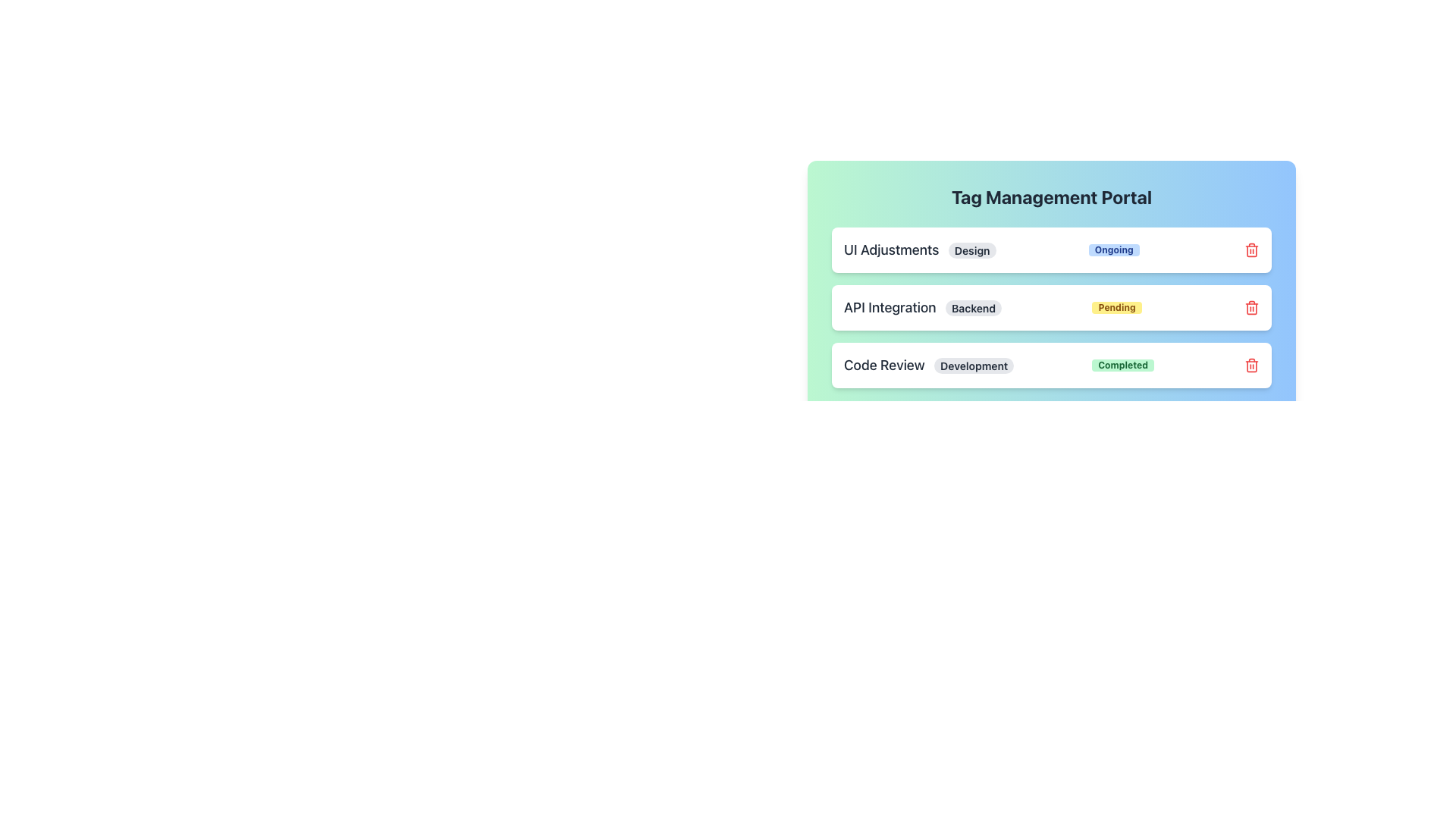  Describe the element at coordinates (928, 366) in the screenshot. I see `the text label that serves as a title or label for a task or section, located in the third row from the top, immediately to the left of the 'Development' tag` at that location.